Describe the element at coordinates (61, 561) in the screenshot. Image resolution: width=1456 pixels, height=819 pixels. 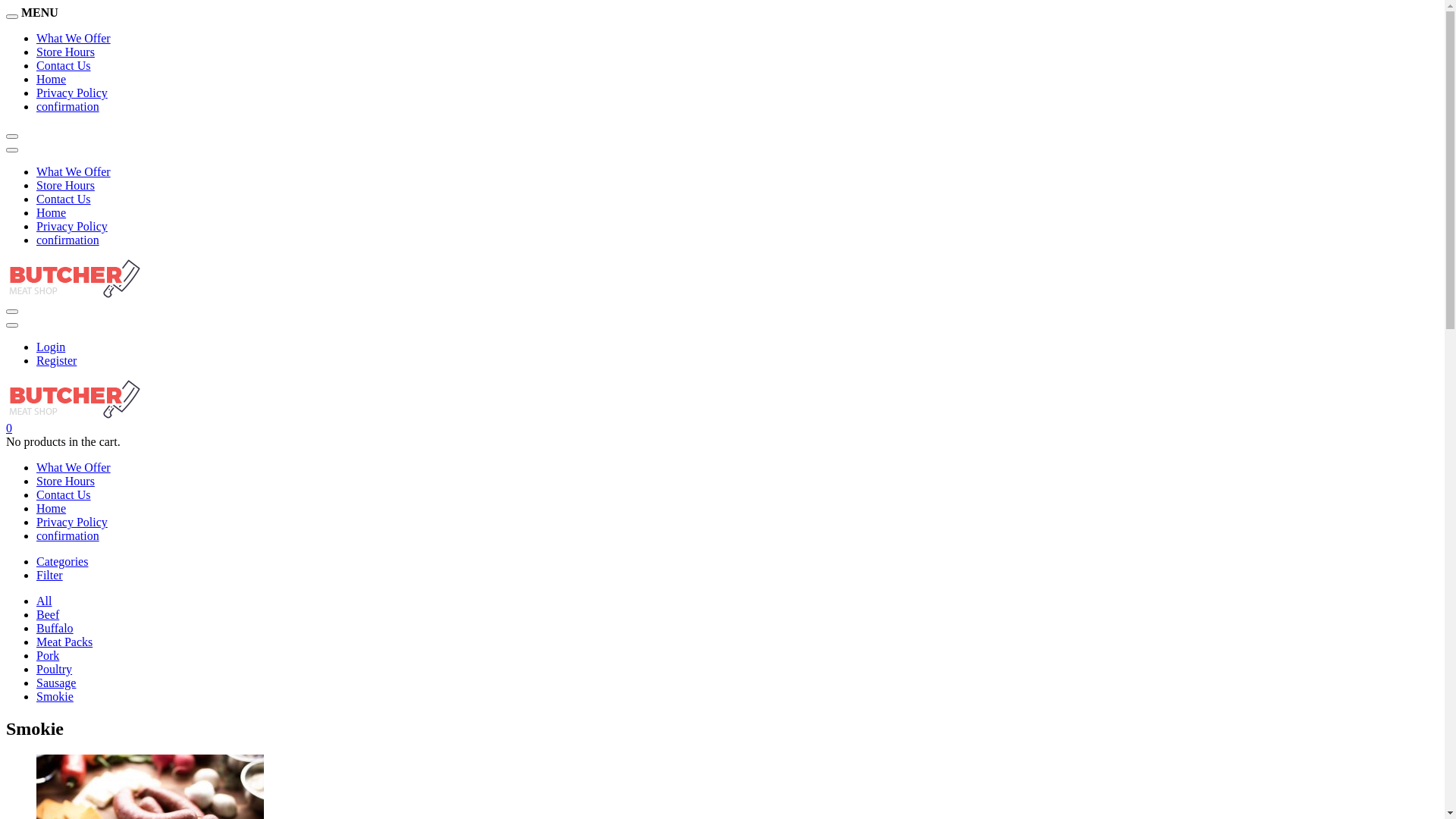
I see `'Categories'` at that location.